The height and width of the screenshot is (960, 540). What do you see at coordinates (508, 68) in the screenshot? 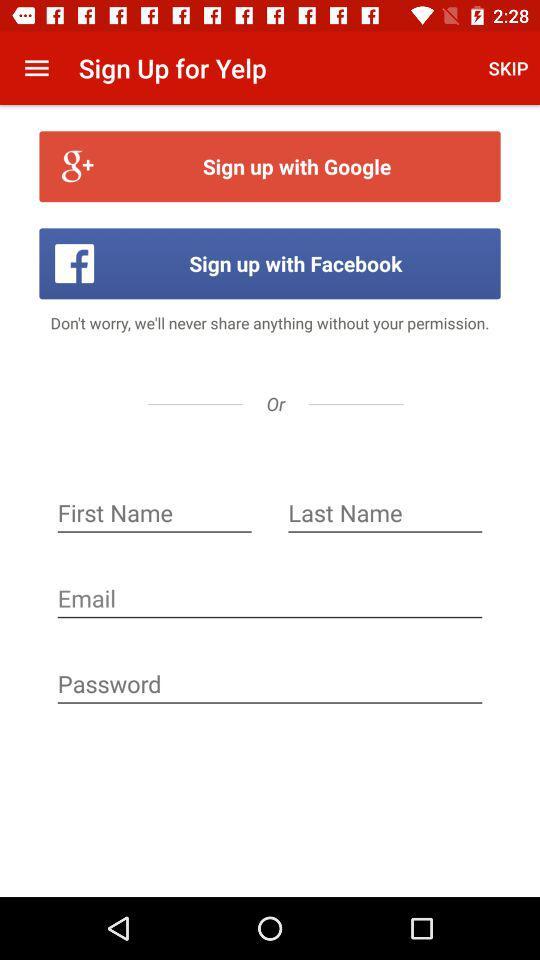
I see `app to the right of the sign up for app` at bounding box center [508, 68].